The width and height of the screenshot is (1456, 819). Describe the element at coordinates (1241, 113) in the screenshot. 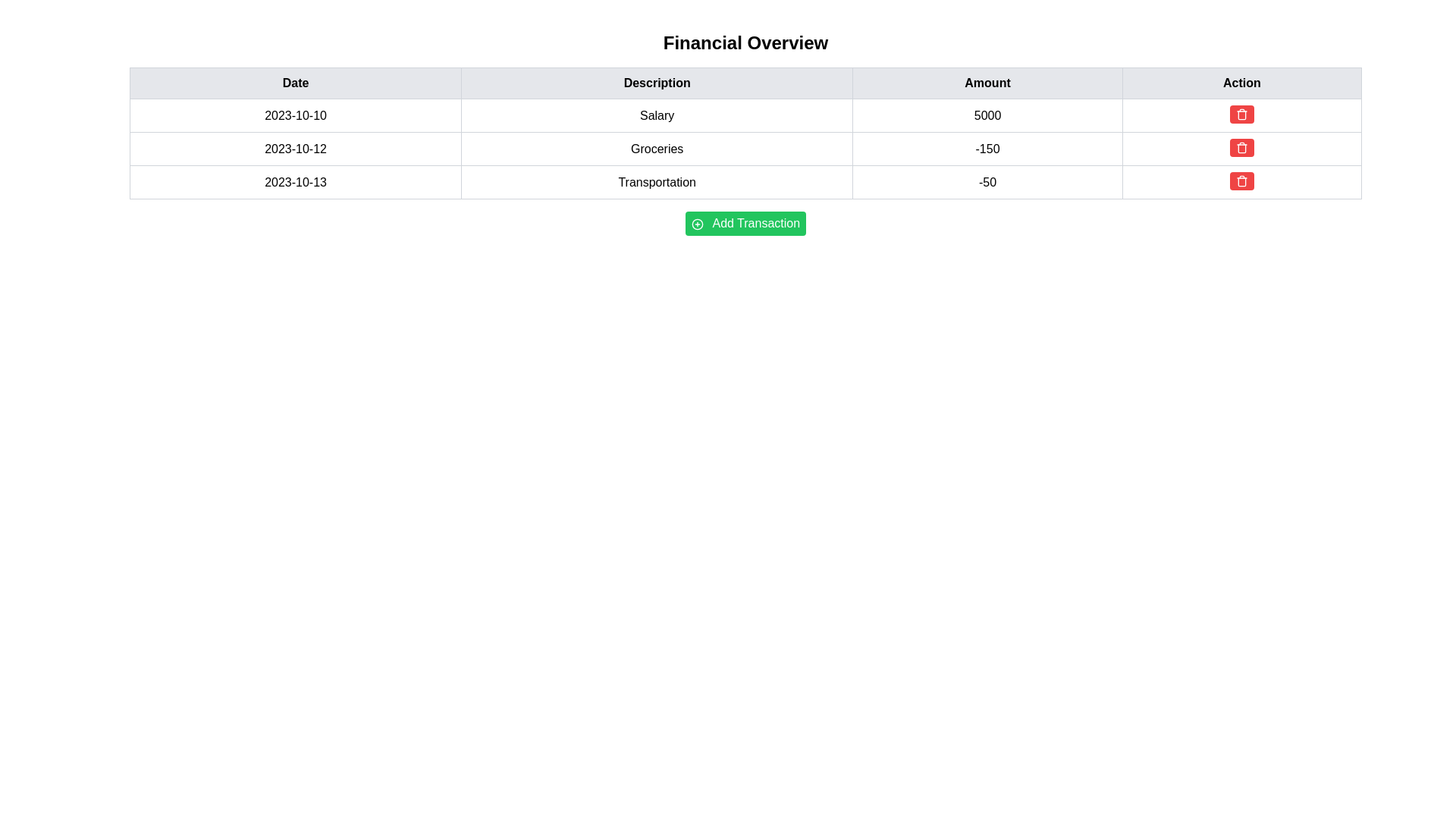

I see `the first button in the 'Action' column of the first row, which has a red background and a white trash bin icon` at that location.